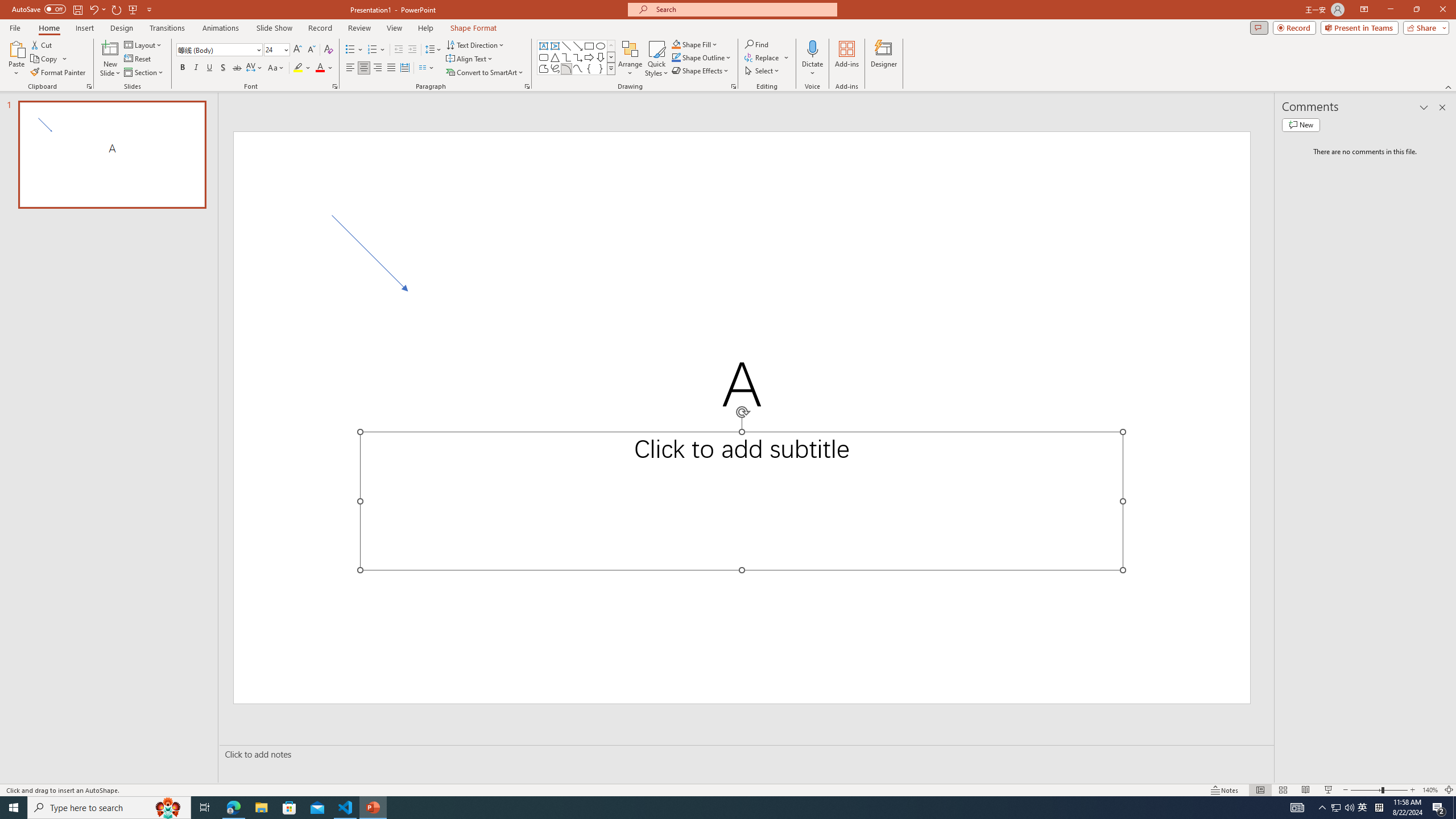 Image resolution: width=1456 pixels, height=819 pixels. I want to click on 'Zoom 140%', so click(1430, 790).